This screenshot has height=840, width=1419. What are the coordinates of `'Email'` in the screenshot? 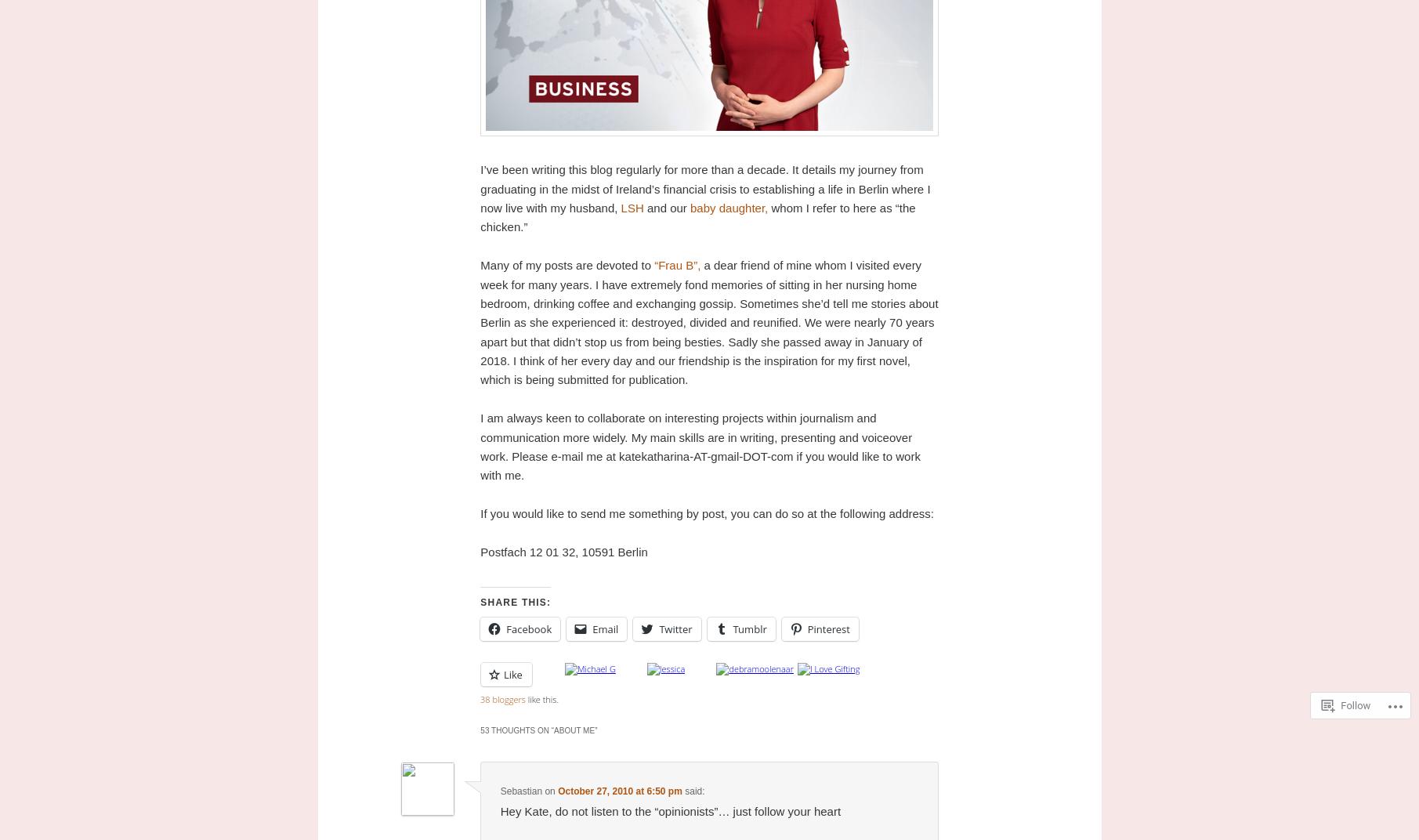 It's located at (604, 629).